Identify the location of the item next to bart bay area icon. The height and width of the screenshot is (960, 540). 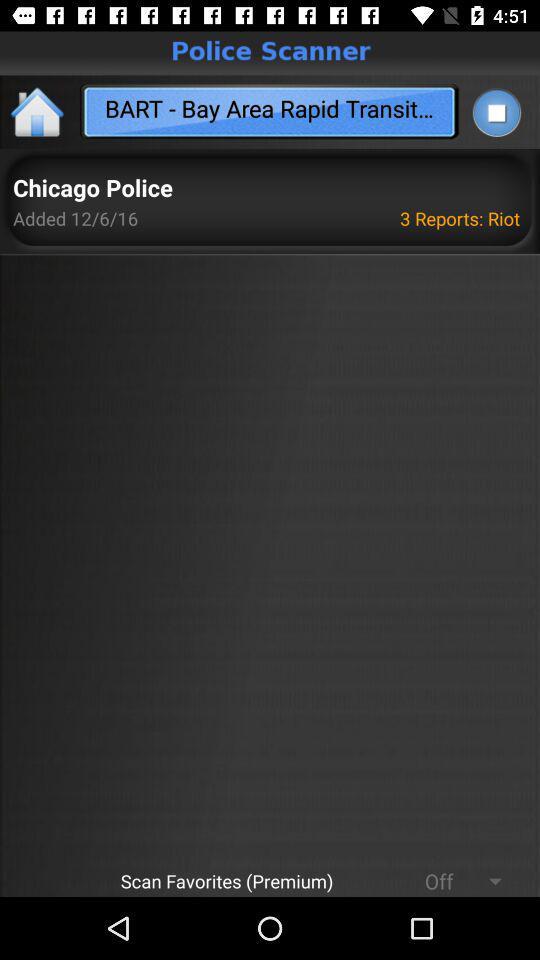
(495, 112).